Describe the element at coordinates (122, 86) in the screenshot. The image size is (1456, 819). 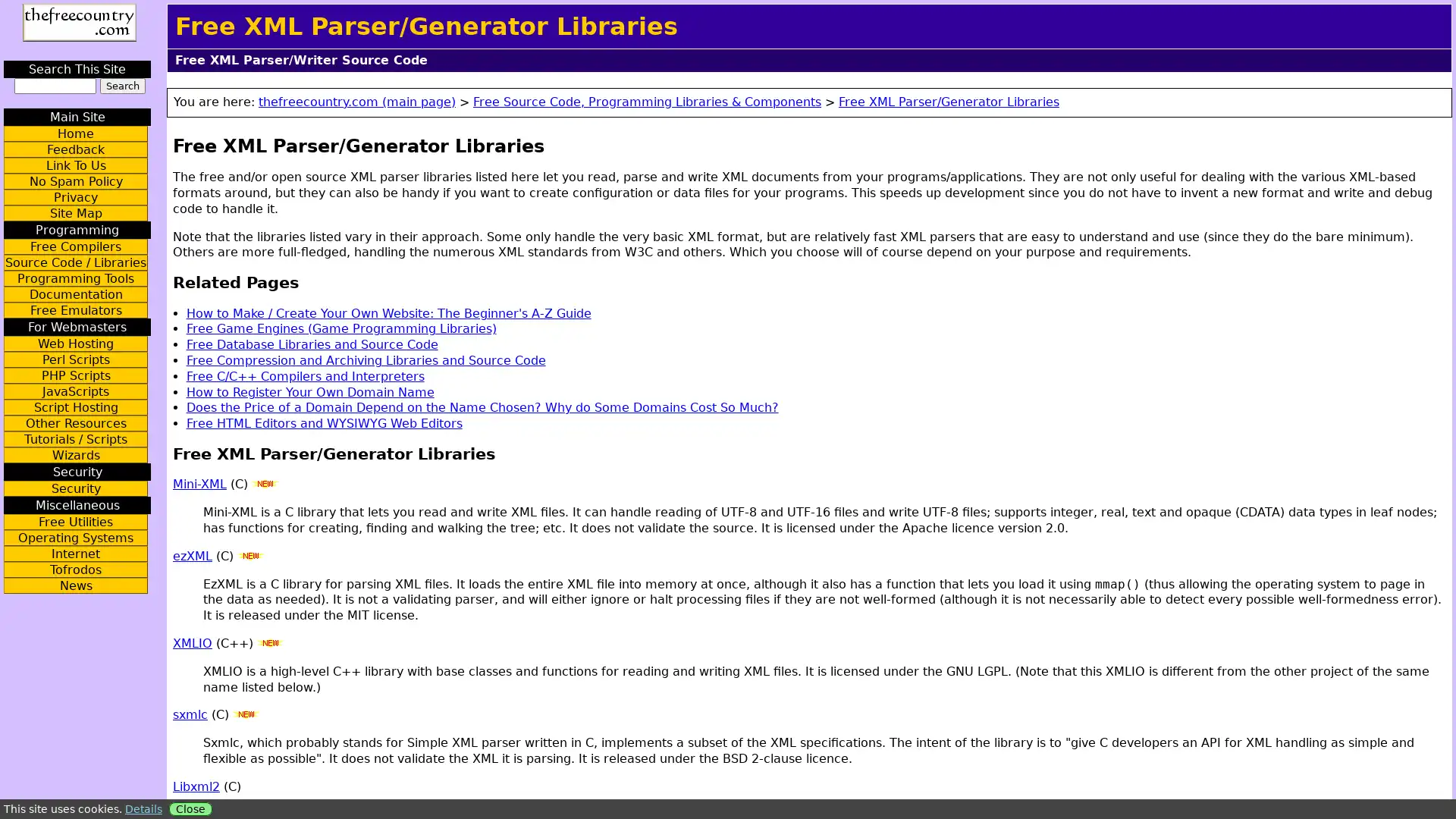
I see `Search` at that location.